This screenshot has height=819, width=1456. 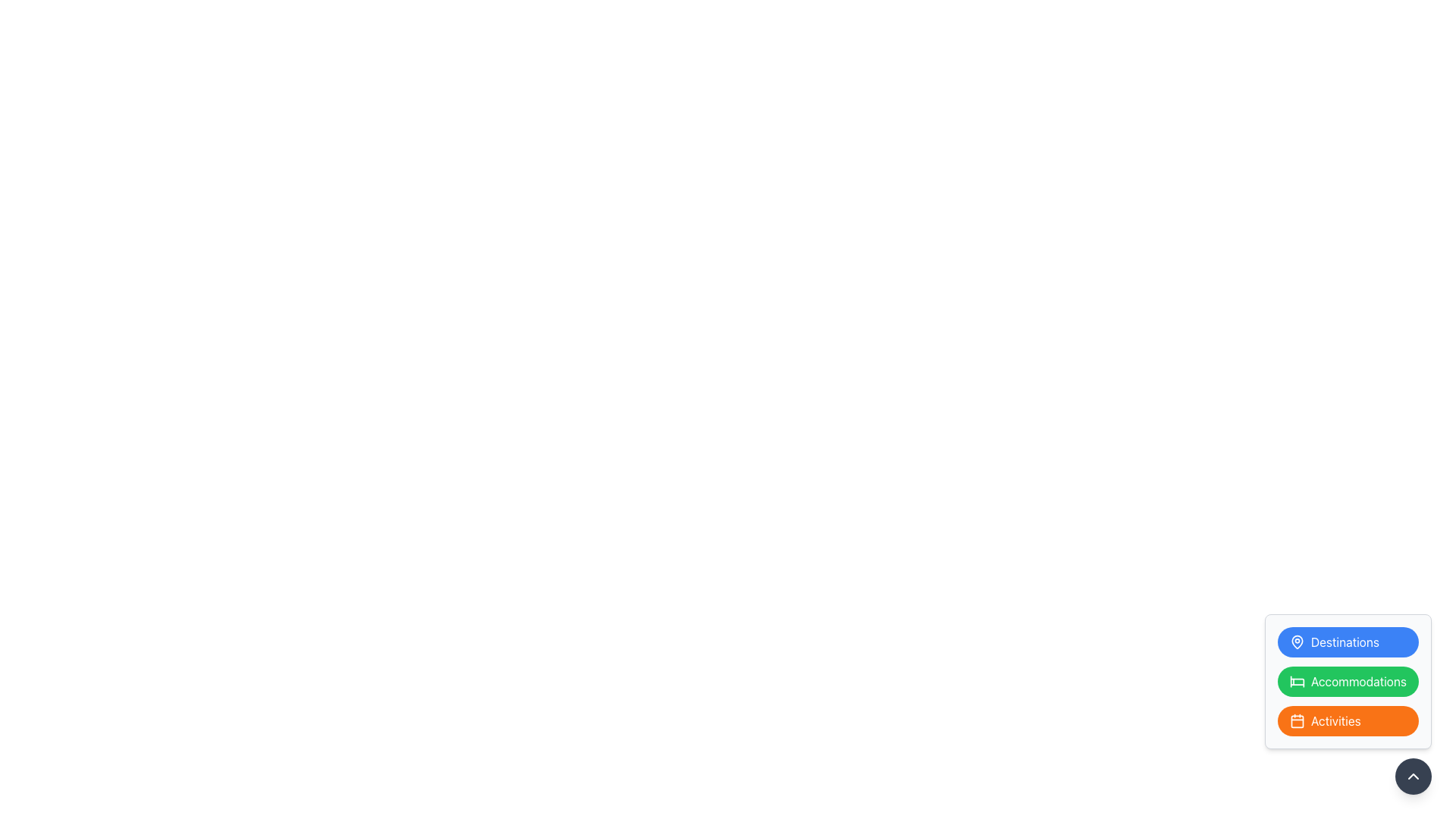 What do you see at coordinates (1412, 776) in the screenshot?
I see `the chevron icon within the circular dark gray button located in the bottom-right corner of the interface to trigger a tooltip or animation` at bounding box center [1412, 776].